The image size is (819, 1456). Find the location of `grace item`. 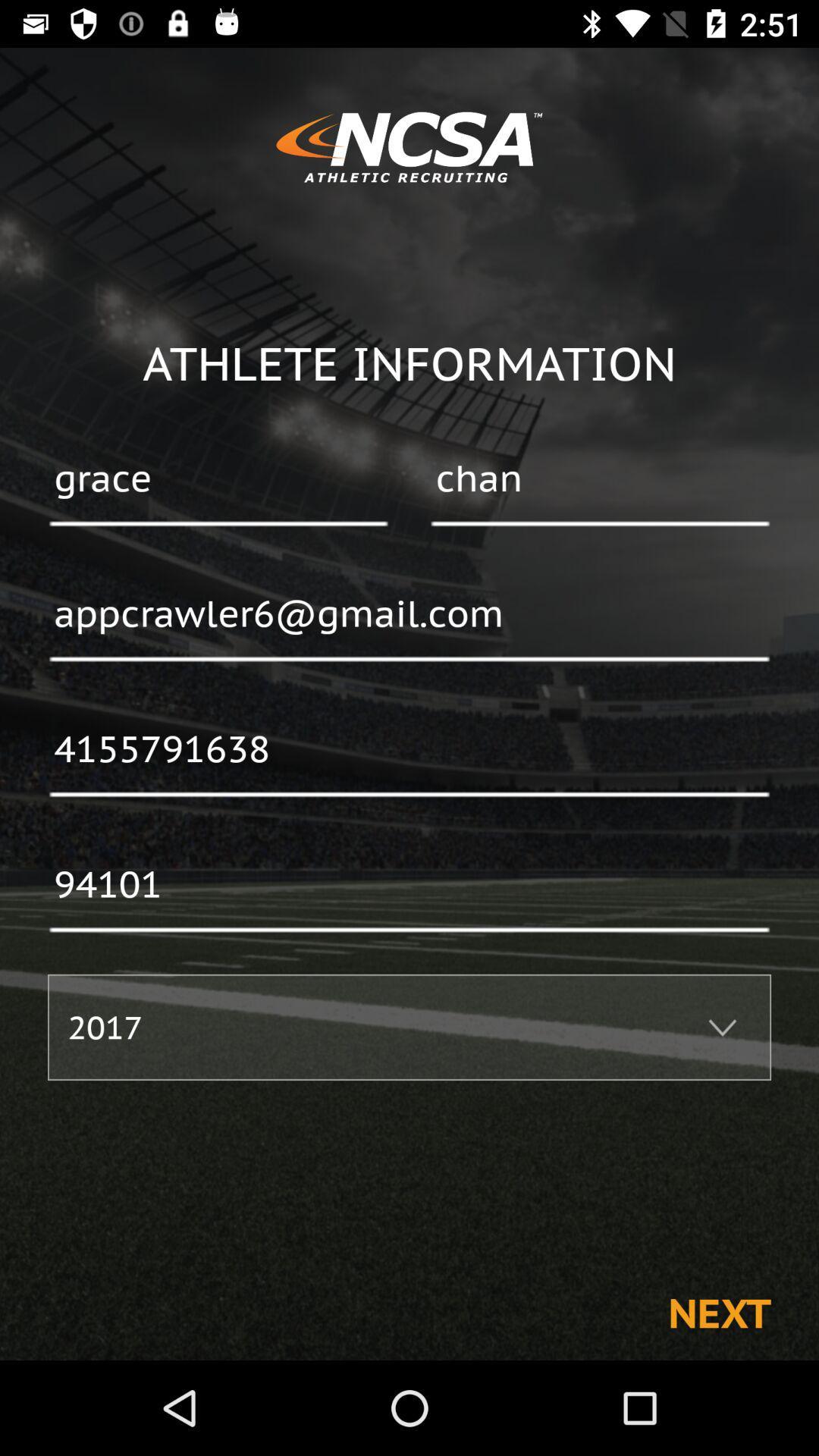

grace item is located at coordinates (218, 479).